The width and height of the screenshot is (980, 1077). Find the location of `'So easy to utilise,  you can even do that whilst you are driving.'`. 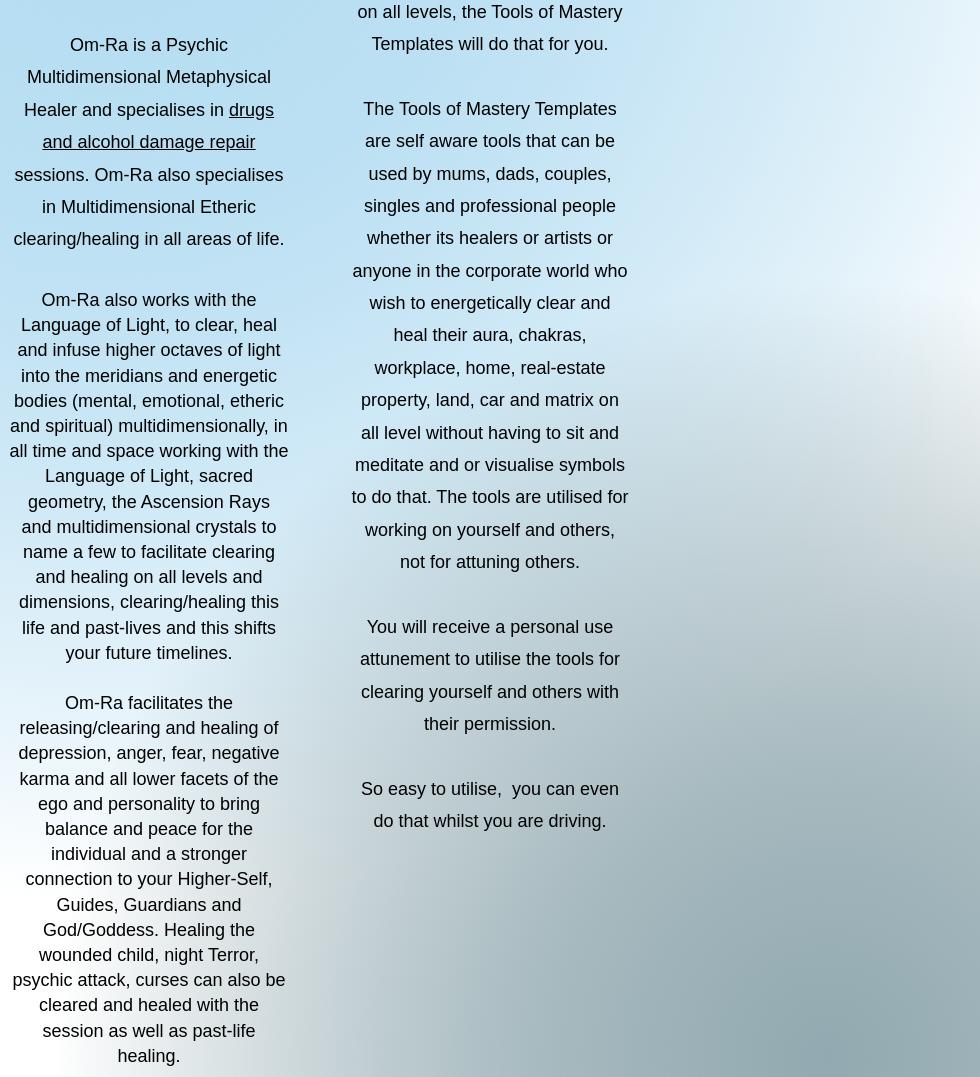

'So easy to utilise,  you can even do that whilst you are driving.' is located at coordinates (489, 804).